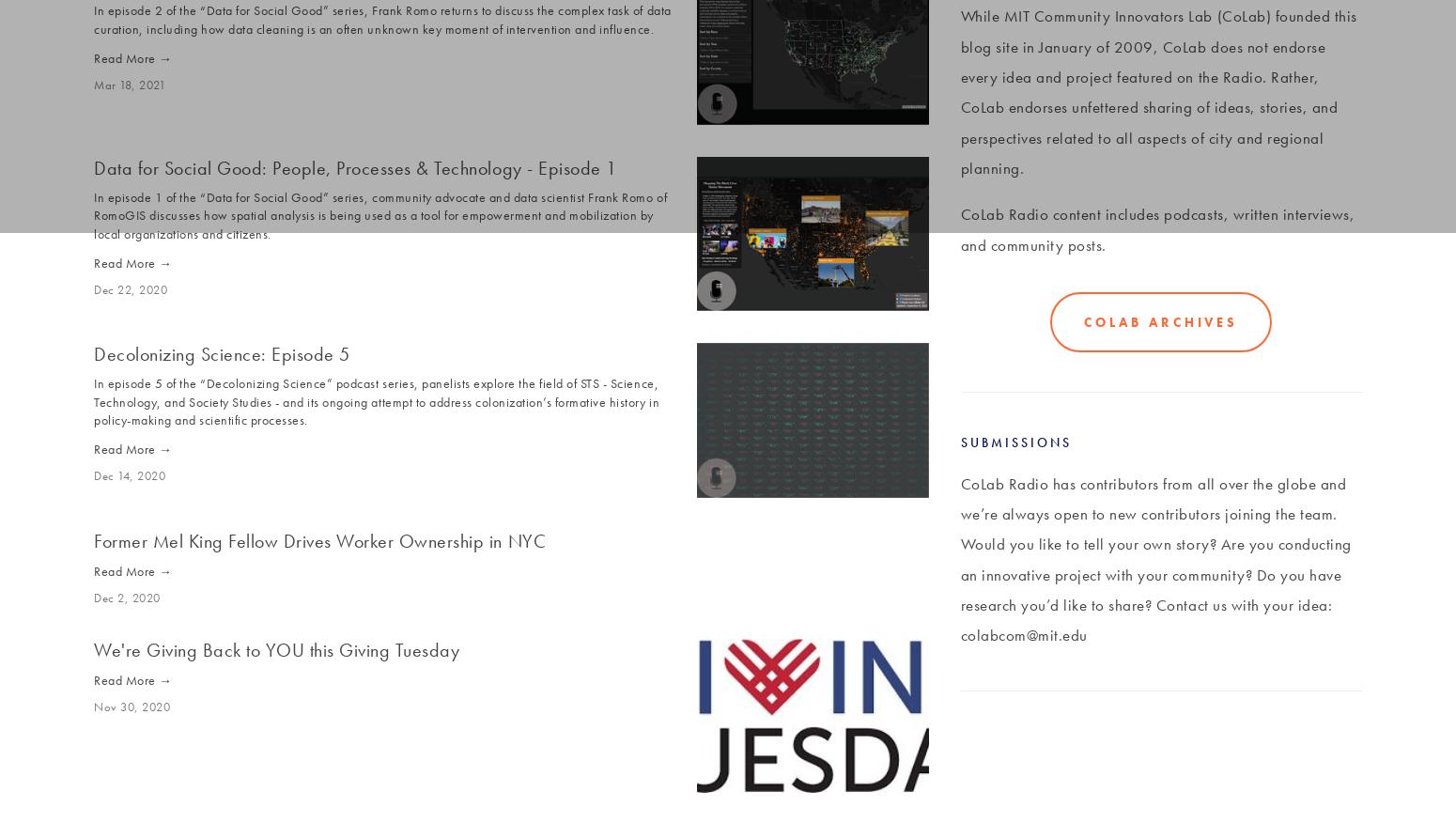 The height and width of the screenshot is (823, 1456). What do you see at coordinates (127, 597) in the screenshot?
I see `'Dec 2, 2020'` at bounding box center [127, 597].